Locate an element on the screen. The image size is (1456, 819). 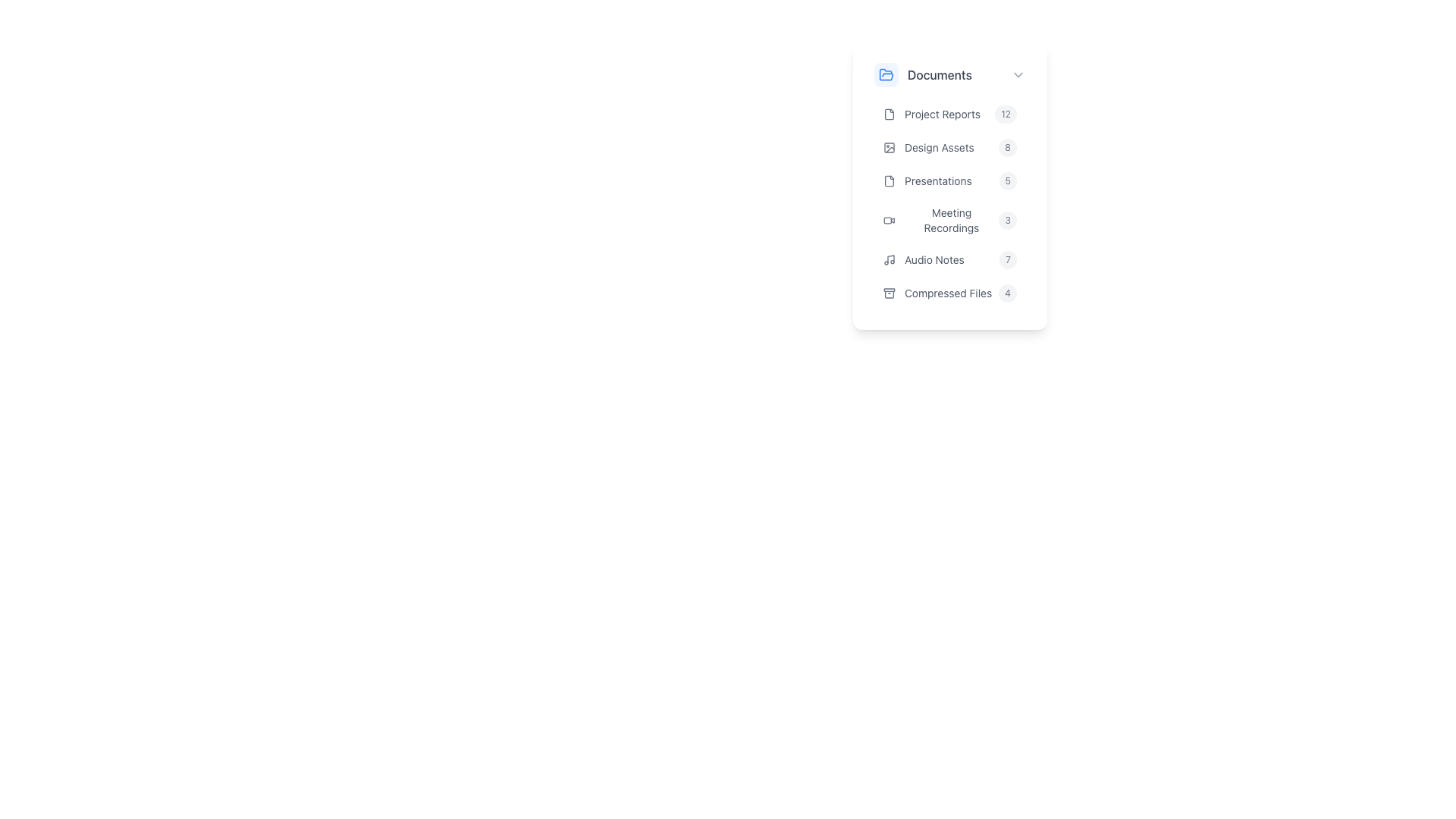
the 'Documents' label with a blue folder icon is located at coordinates (942, 75).